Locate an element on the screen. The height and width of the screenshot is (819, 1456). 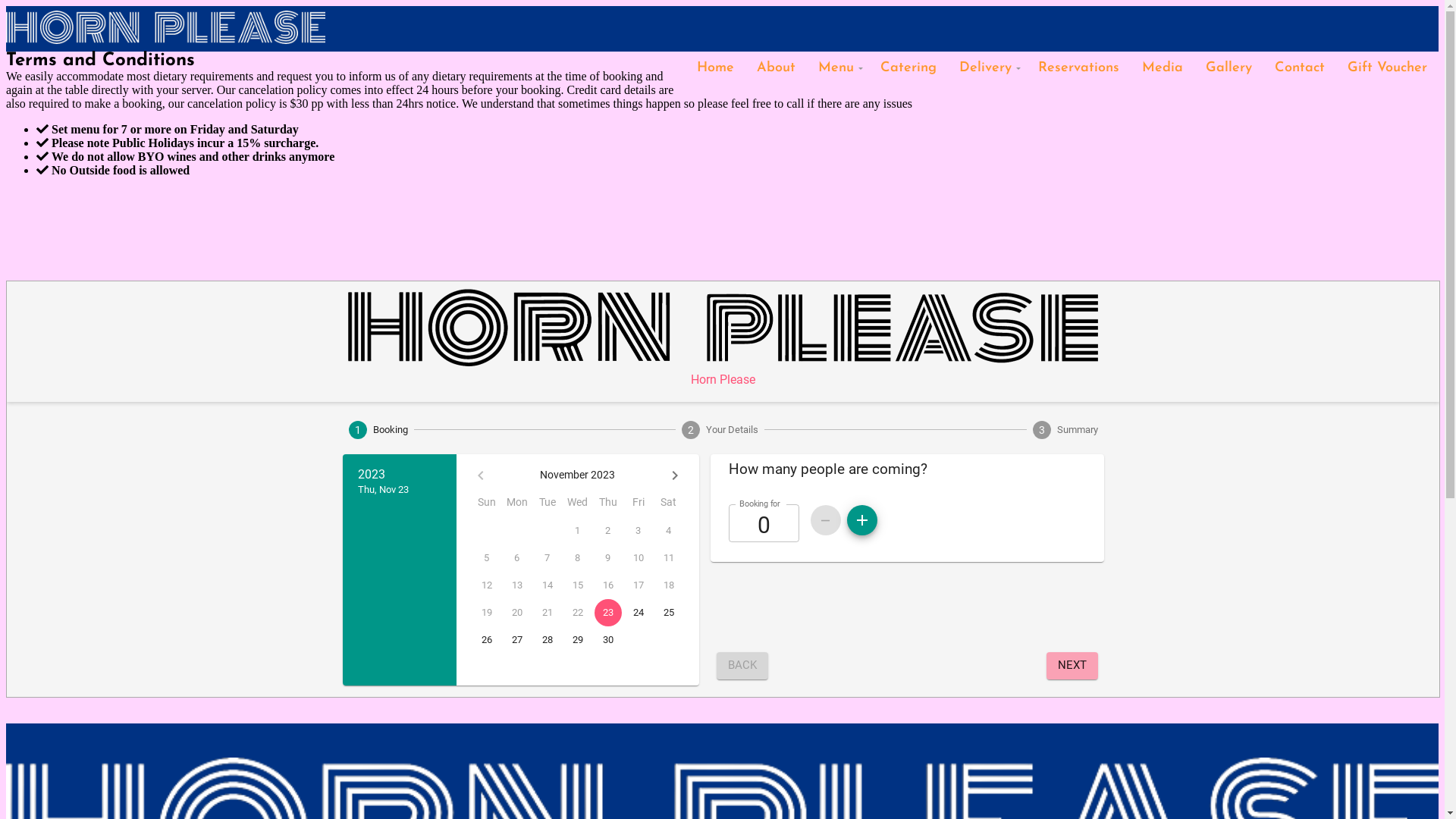
'Gallery' is located at coordinates (1193, 67).